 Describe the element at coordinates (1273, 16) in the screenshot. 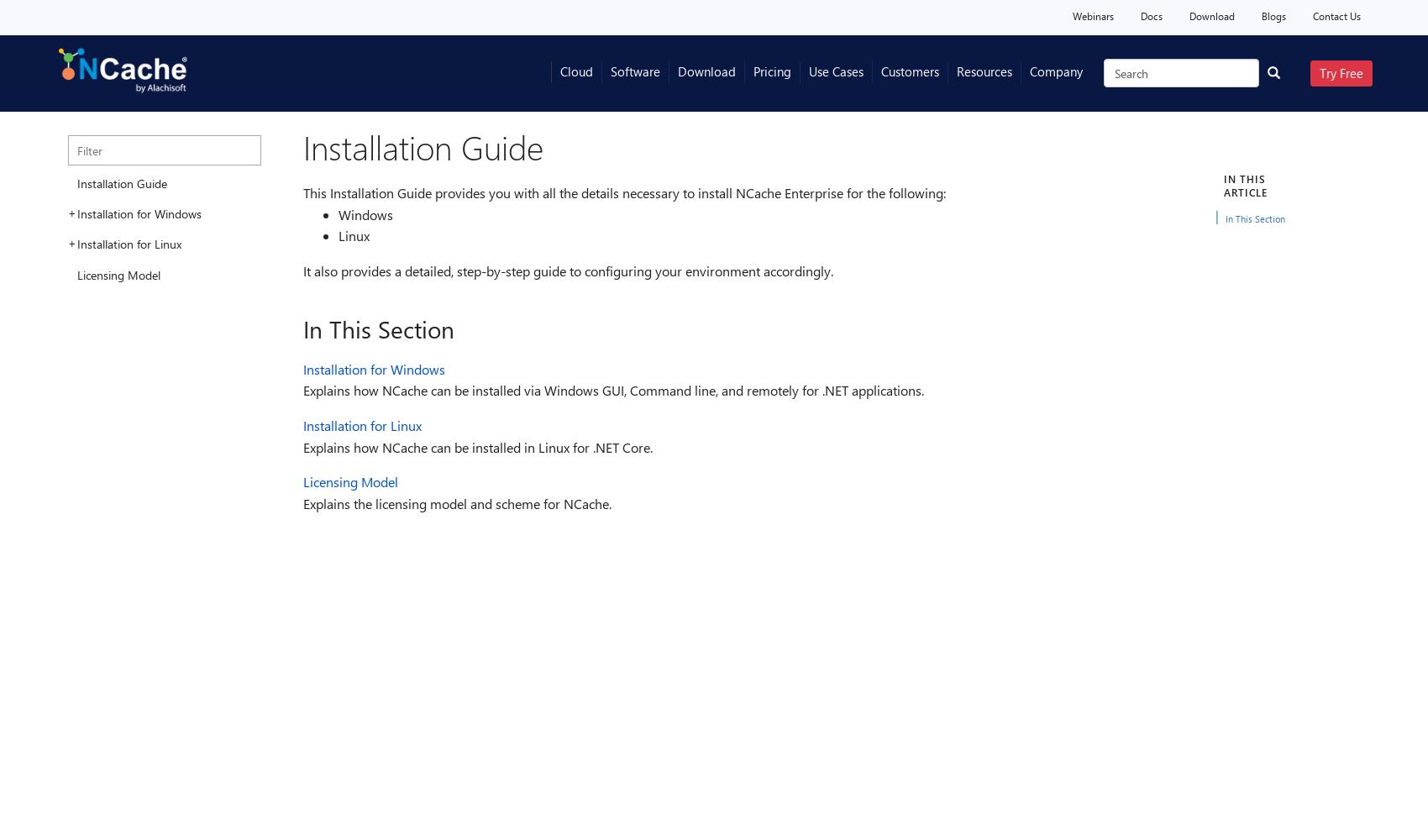

I see `'Blogs'` at that location.